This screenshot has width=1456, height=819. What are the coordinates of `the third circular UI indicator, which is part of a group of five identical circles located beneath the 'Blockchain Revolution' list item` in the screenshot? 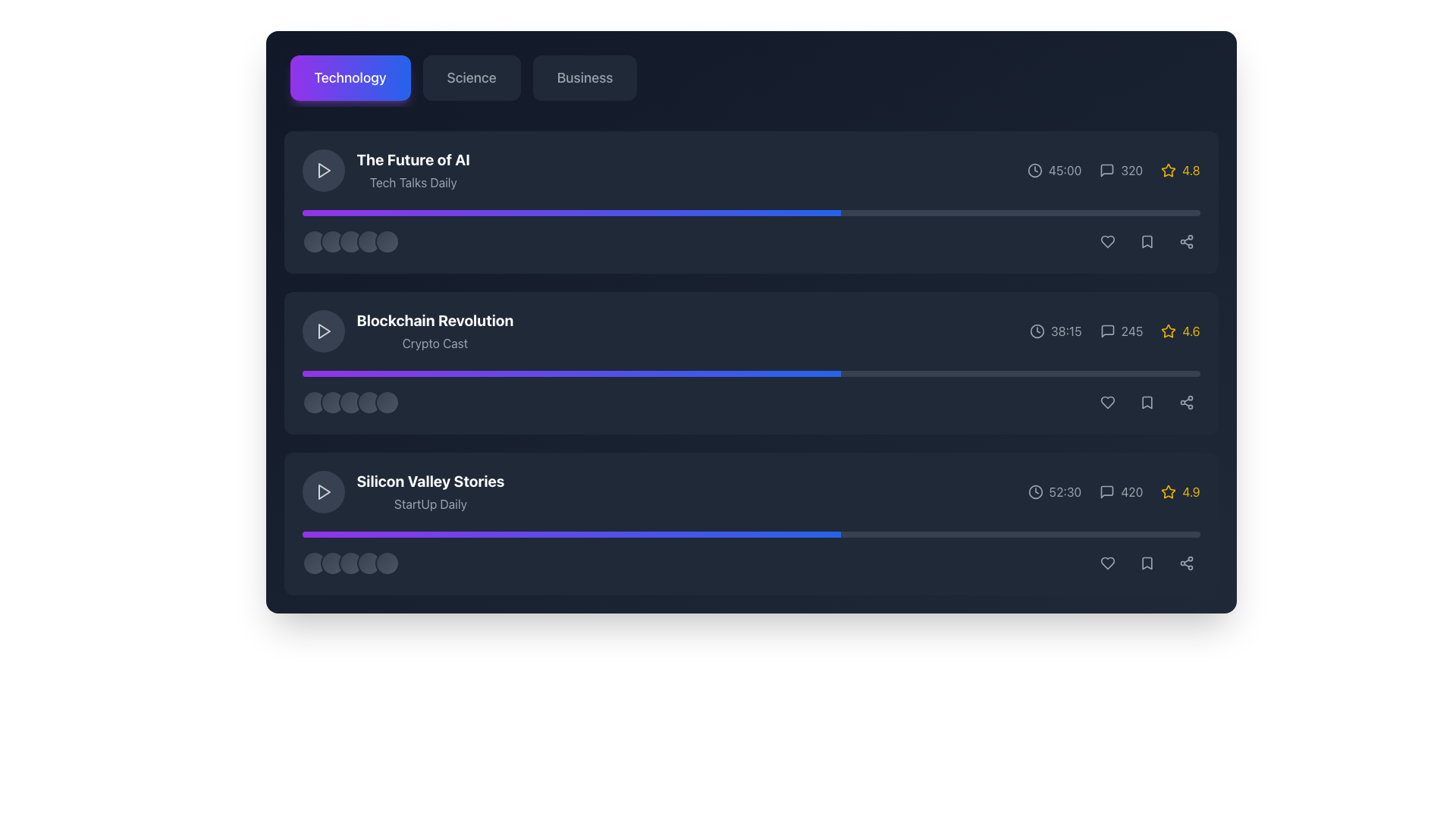 It's located at (350, 402).